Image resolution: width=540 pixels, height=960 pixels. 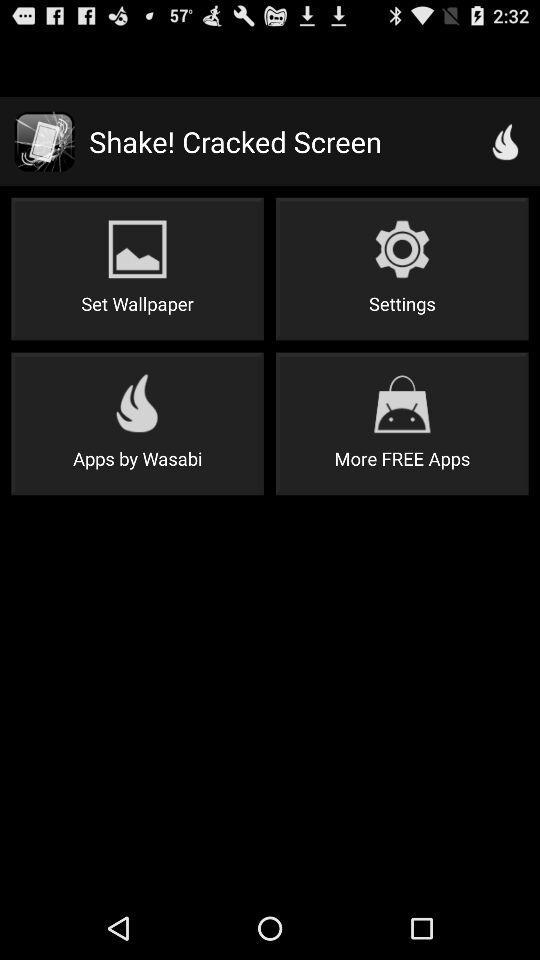 What do you see at coordinates (402, 423) in the screenshot?
I see `more free apps on the right` at bounding box center [402, 423].